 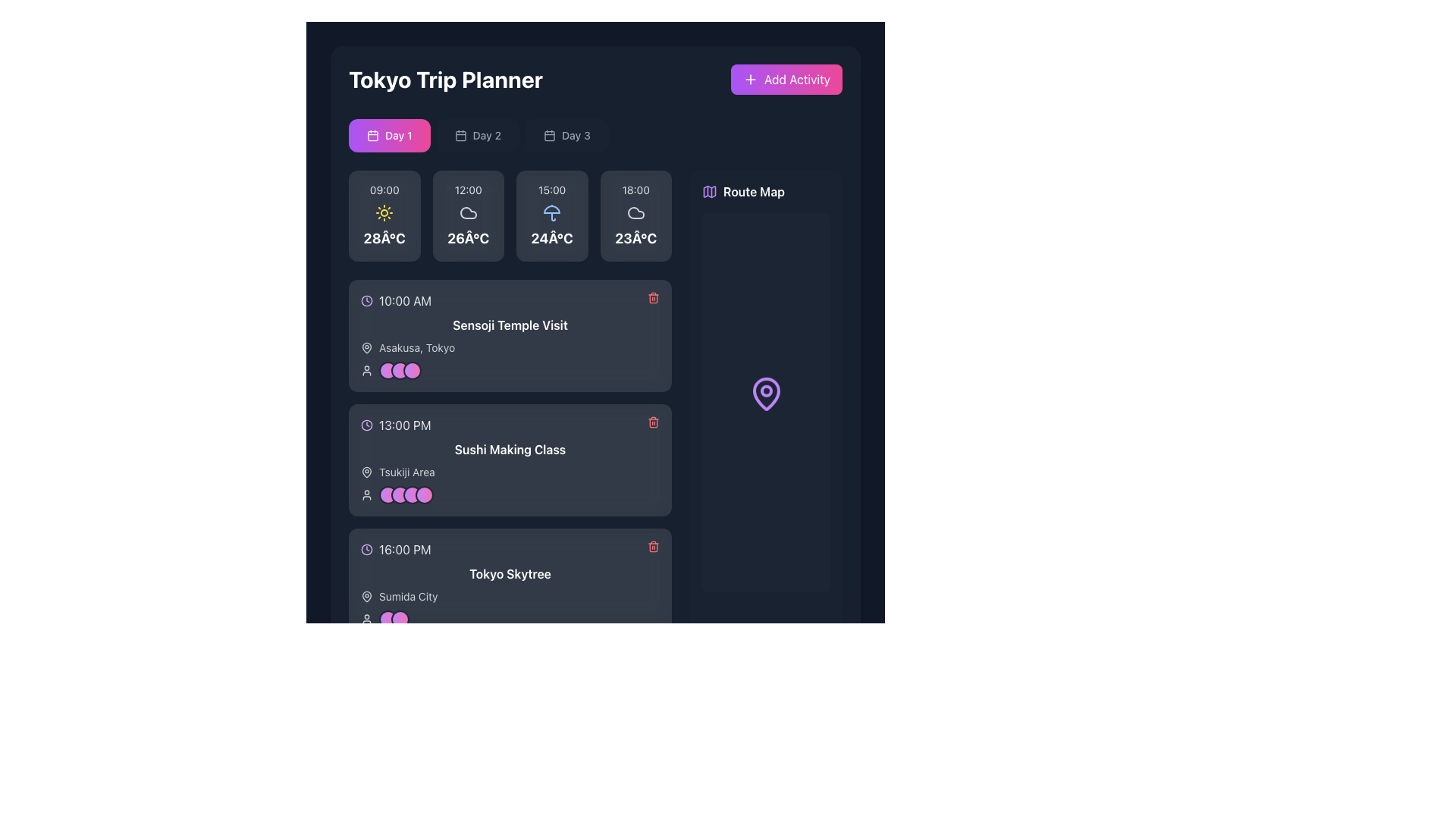 I want to click on the main rectangular icon of the calendar, which represents date-related functionality and is located at the top of the planner interface, below the text 'Day 1', so click(x=548, y=135).